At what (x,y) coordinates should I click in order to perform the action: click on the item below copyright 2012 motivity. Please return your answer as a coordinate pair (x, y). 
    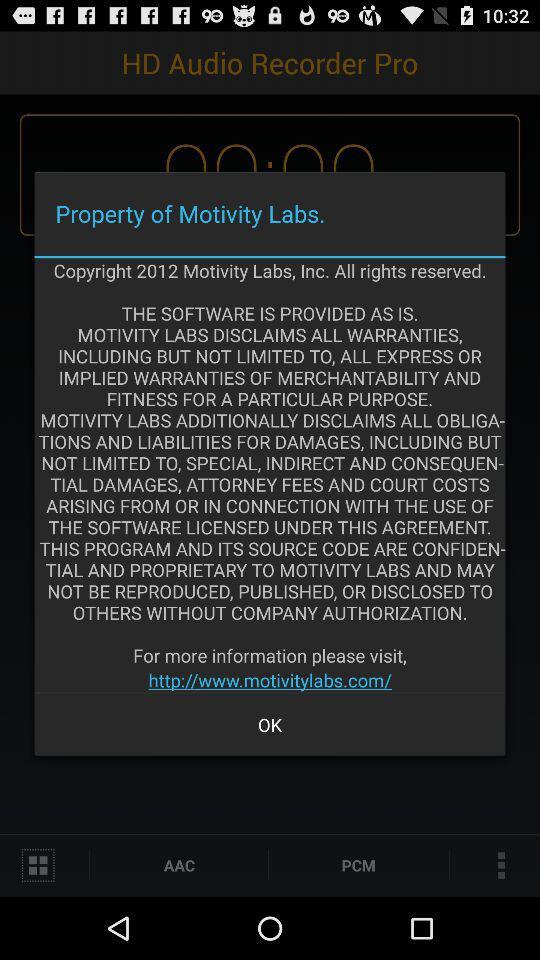
    Looking at the image, I should click on (270, 680).